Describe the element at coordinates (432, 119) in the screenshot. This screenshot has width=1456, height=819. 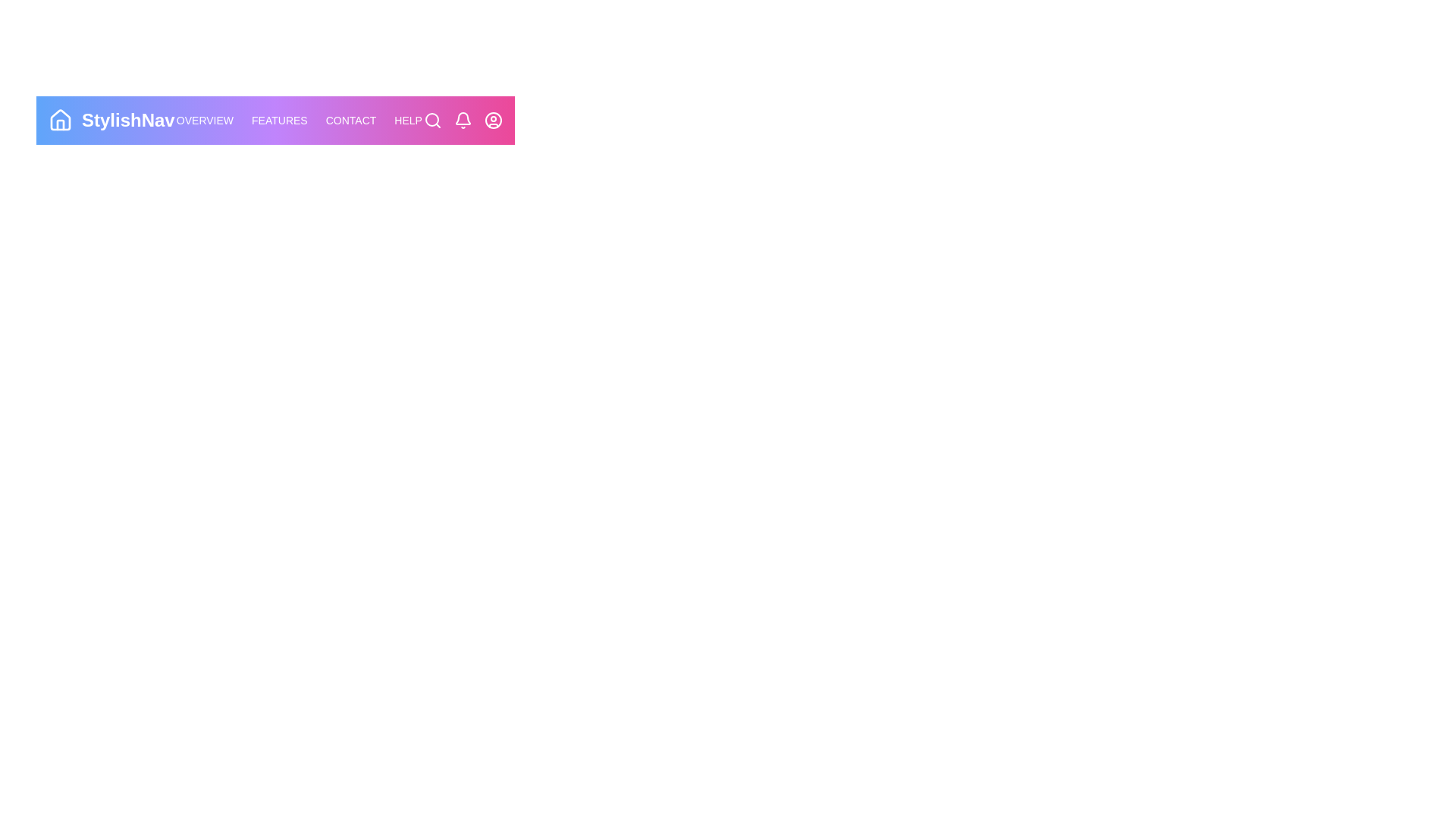
I see `the Search icon in the StyledAppBar` at that location.